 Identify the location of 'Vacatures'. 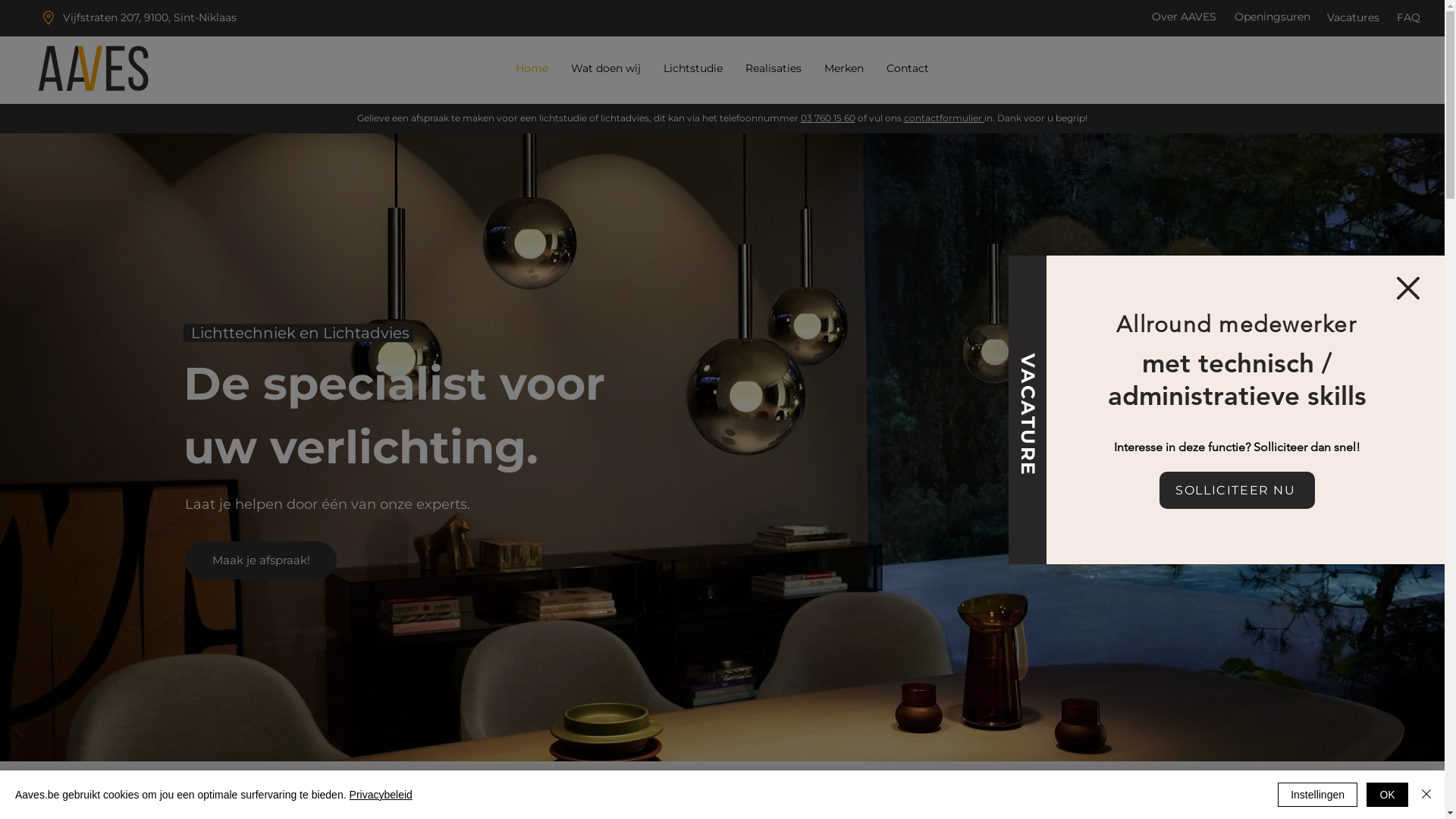
(1353, 17).